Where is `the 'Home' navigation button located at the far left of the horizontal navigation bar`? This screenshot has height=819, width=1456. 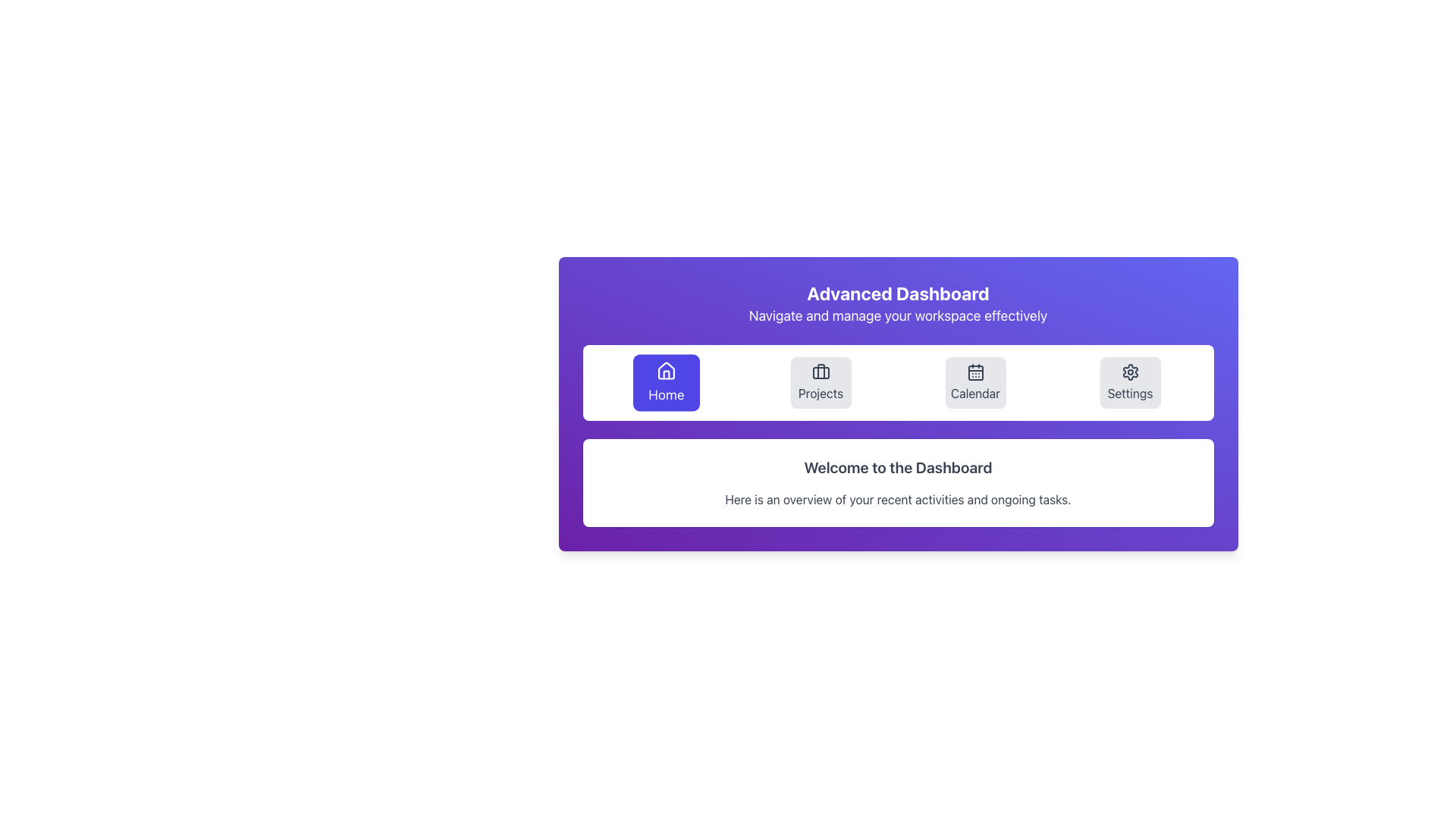
the 'Home' navigation button located at the far left of the horizontal navigation bar is located at coordinates (666, 382).